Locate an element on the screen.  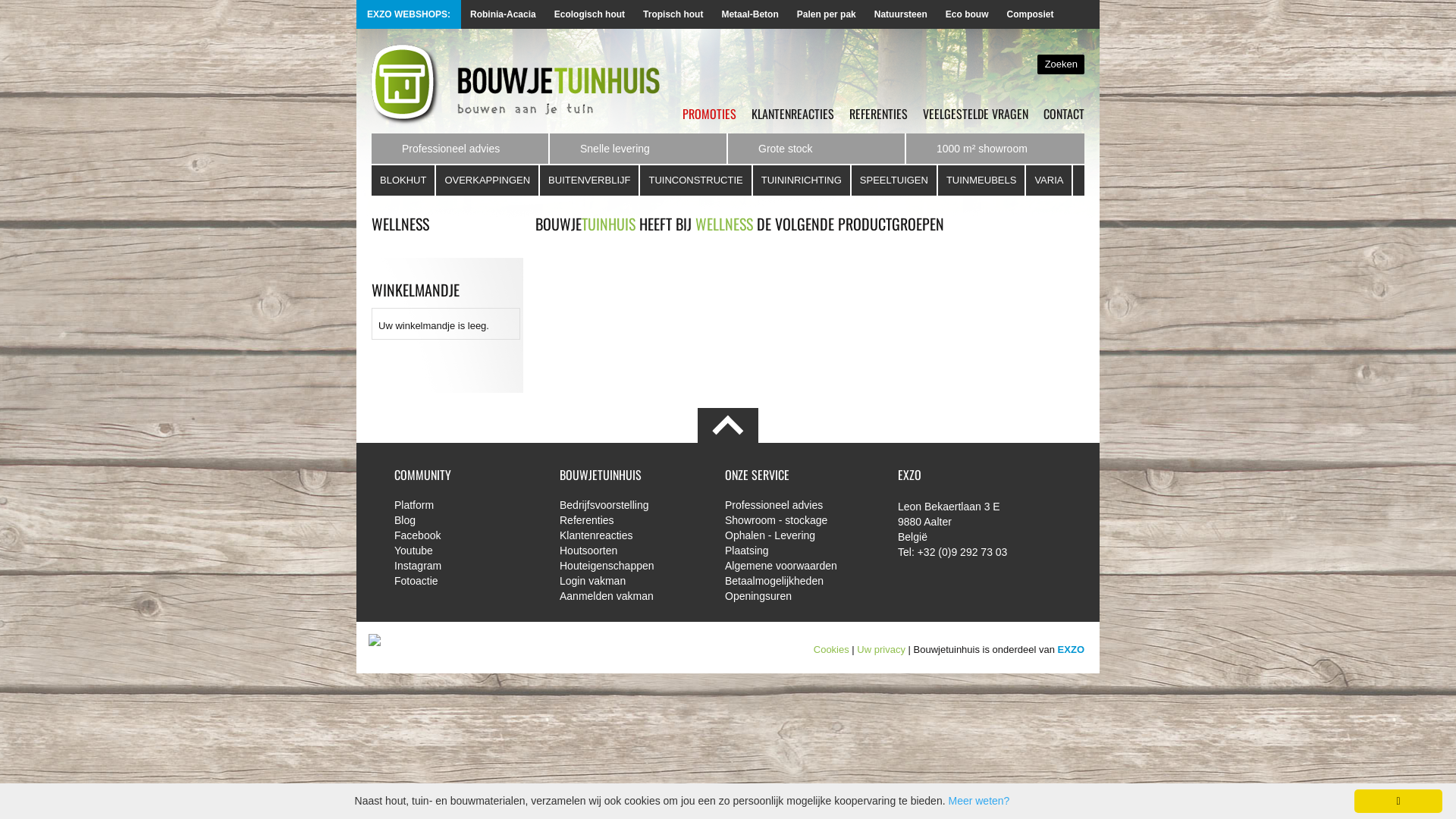
'BUITENVERBLIJF' is located at coordinates (588, 180).